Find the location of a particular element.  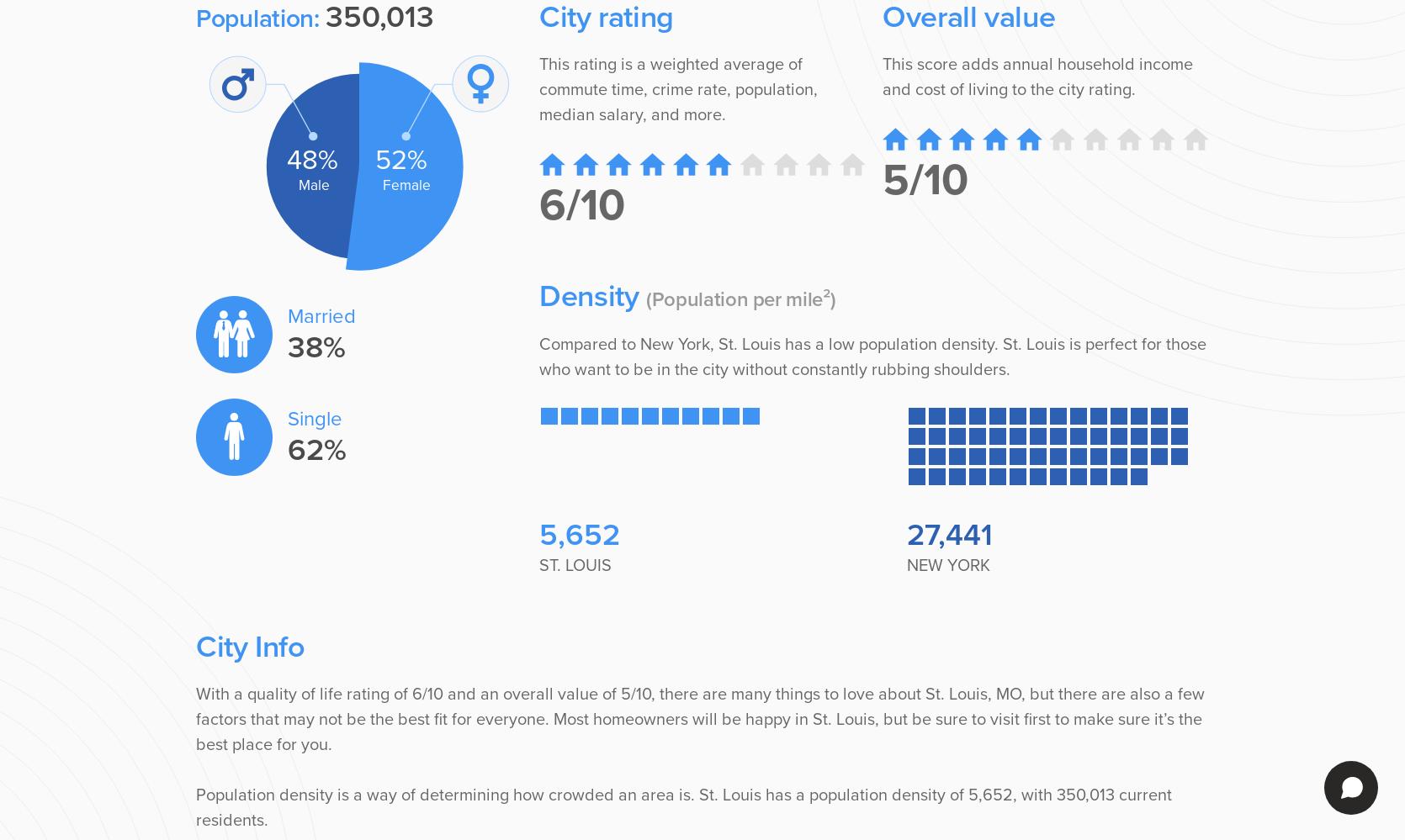

'With a quality of life rating of 6/10 and an overall value of 5/10, there are many things to love about St. Louis, MO, but there are also a few factors that may not be the best fit for everyone. Most homeowners will be happy in St. Louis, but be sure to visit first to make sure it’s the best place for you.' is located at coordinates (699, 718).